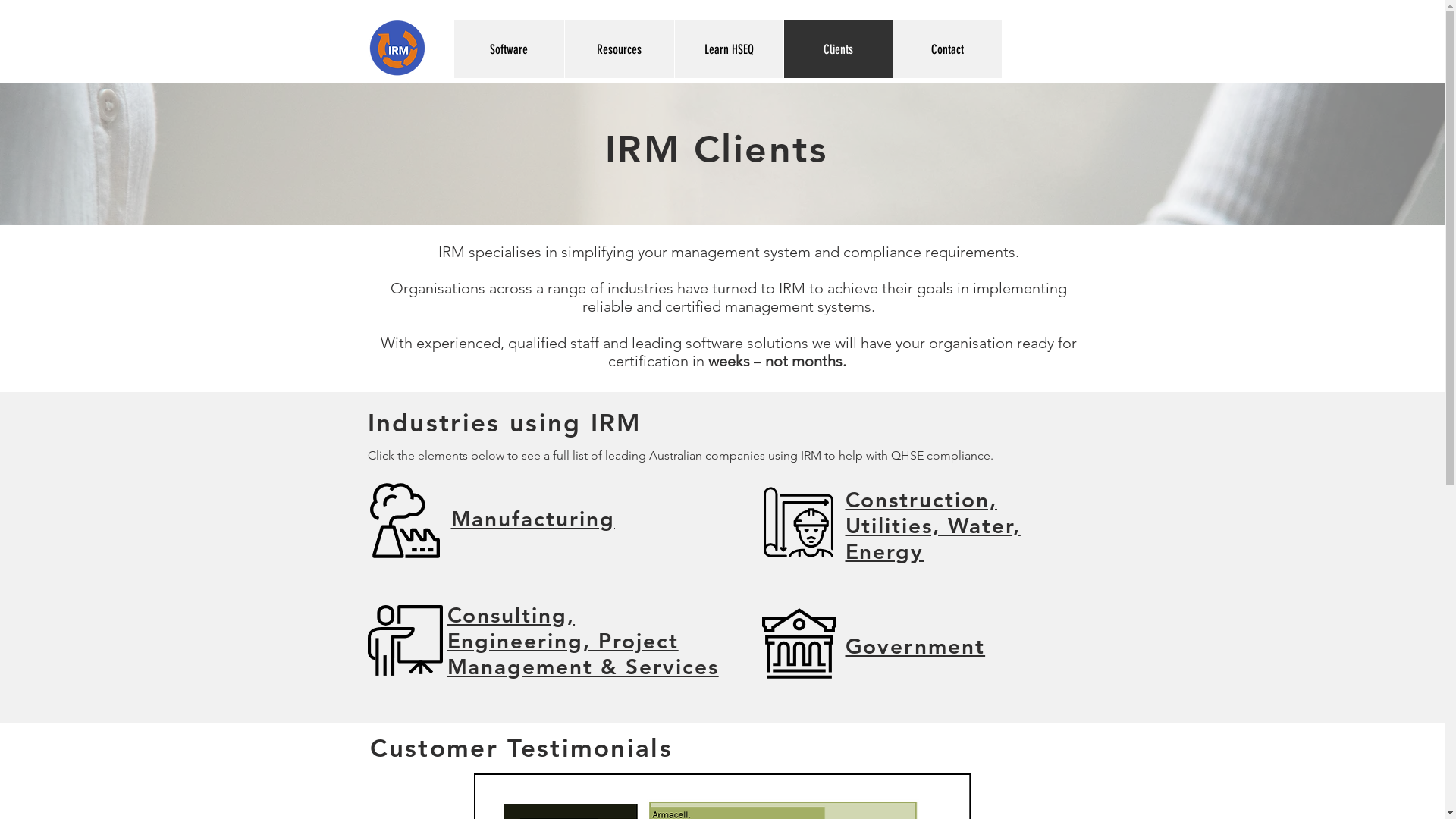 This screenshot has width=1456, height=819. What do you see at coordinates (931, 537) in the screenshot?
I see `'Utilities, Water, Energy'` at bounding box center [931, 537].